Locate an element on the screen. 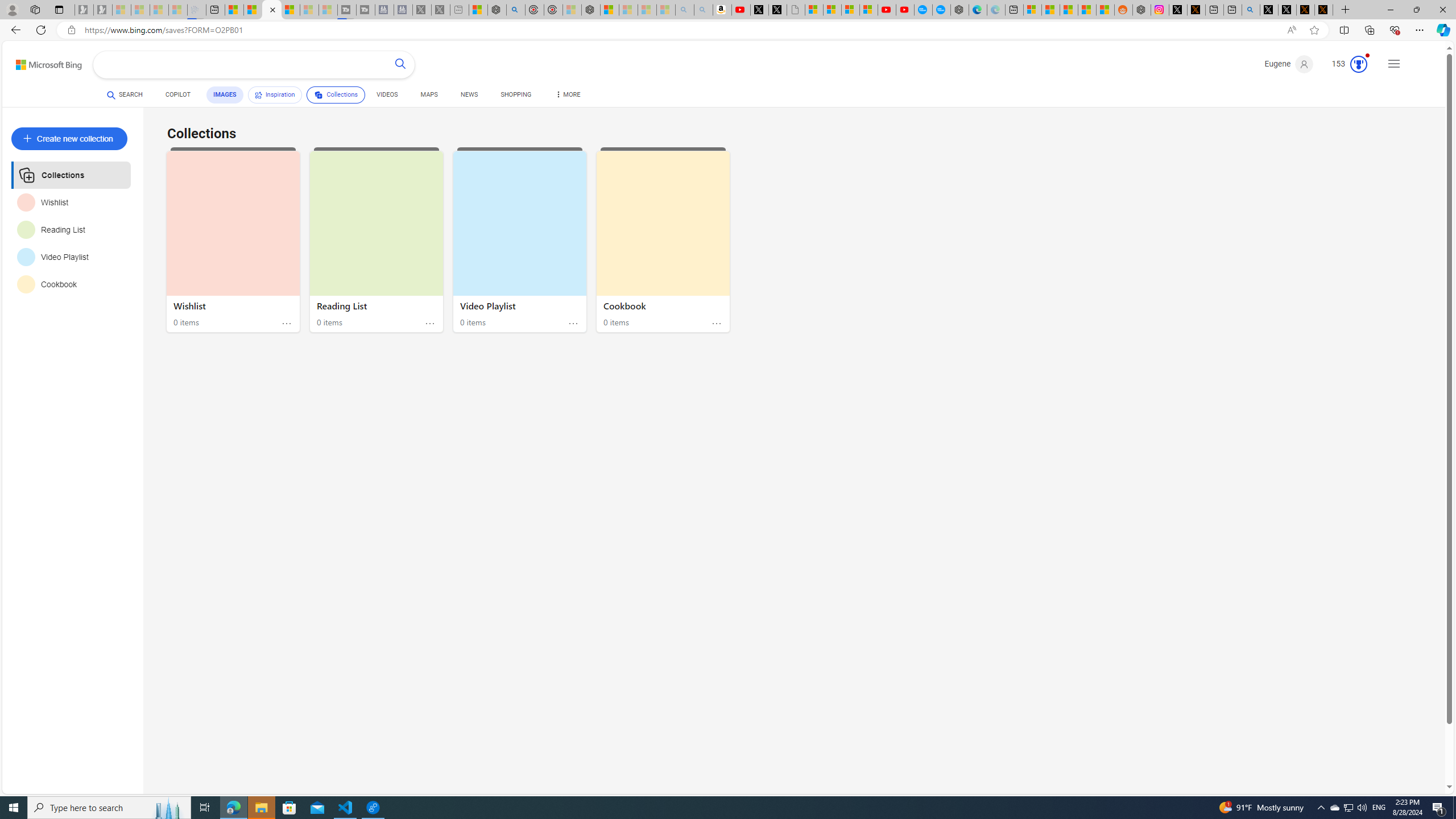  'SHOPPING' is located at coordinates (515, 96).